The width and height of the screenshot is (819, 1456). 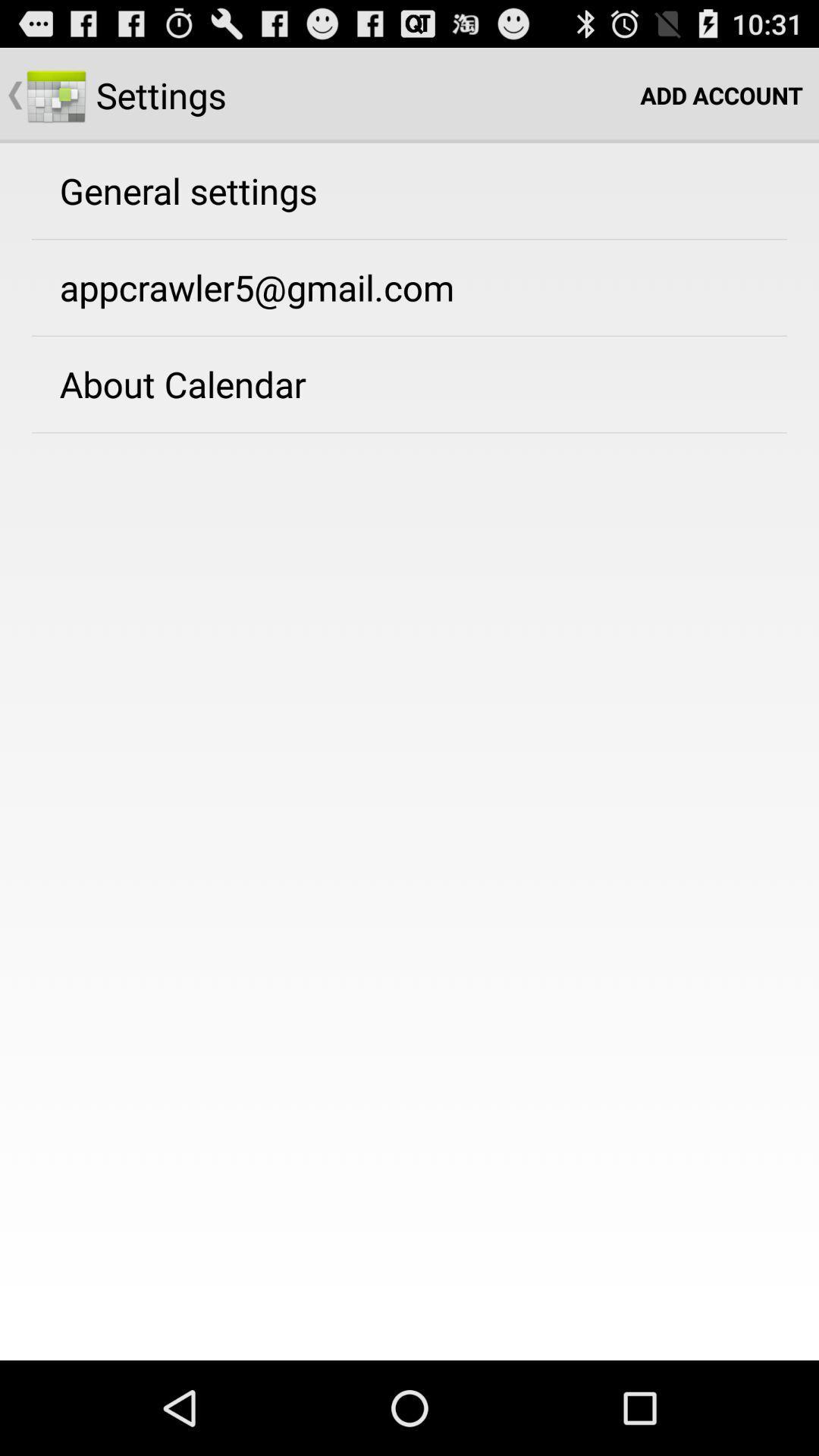 What do you see at coordinates (187, 190) in the screenshot?
I see `the general settings app` at bounding box center [187, 190].